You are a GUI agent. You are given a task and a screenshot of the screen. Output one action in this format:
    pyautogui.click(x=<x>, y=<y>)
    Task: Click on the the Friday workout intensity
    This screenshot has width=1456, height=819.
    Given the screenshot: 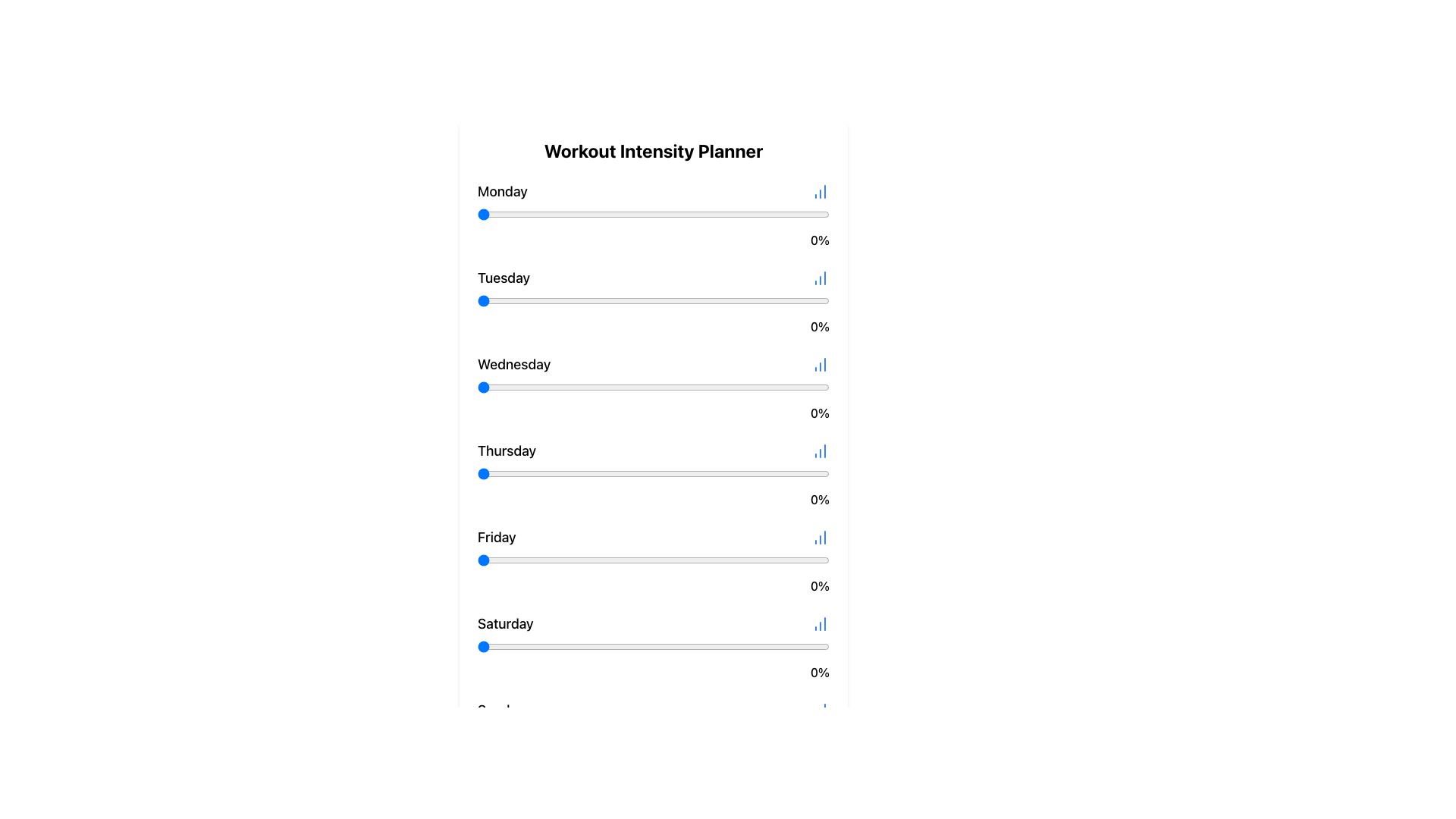 What is the action you would take?
    pyautogui.click(x=701, y=560)
    